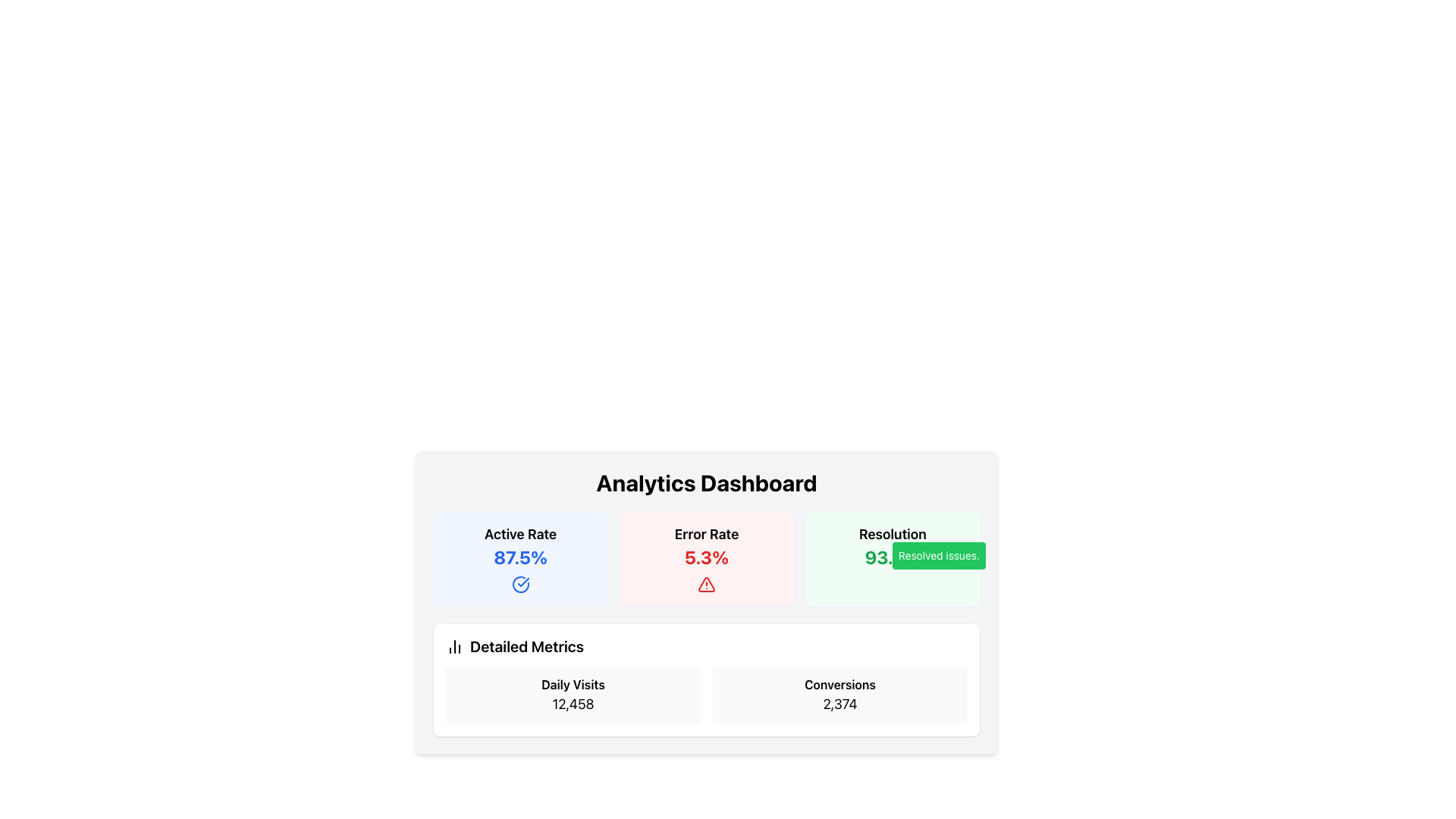  Describe the element at coordinates (572, 704) in the screenshot. I see `the text label that displays the number of daily visits, located below the 'Daily Visits' text in the 'Detailed Metrics' panel card` at that location.